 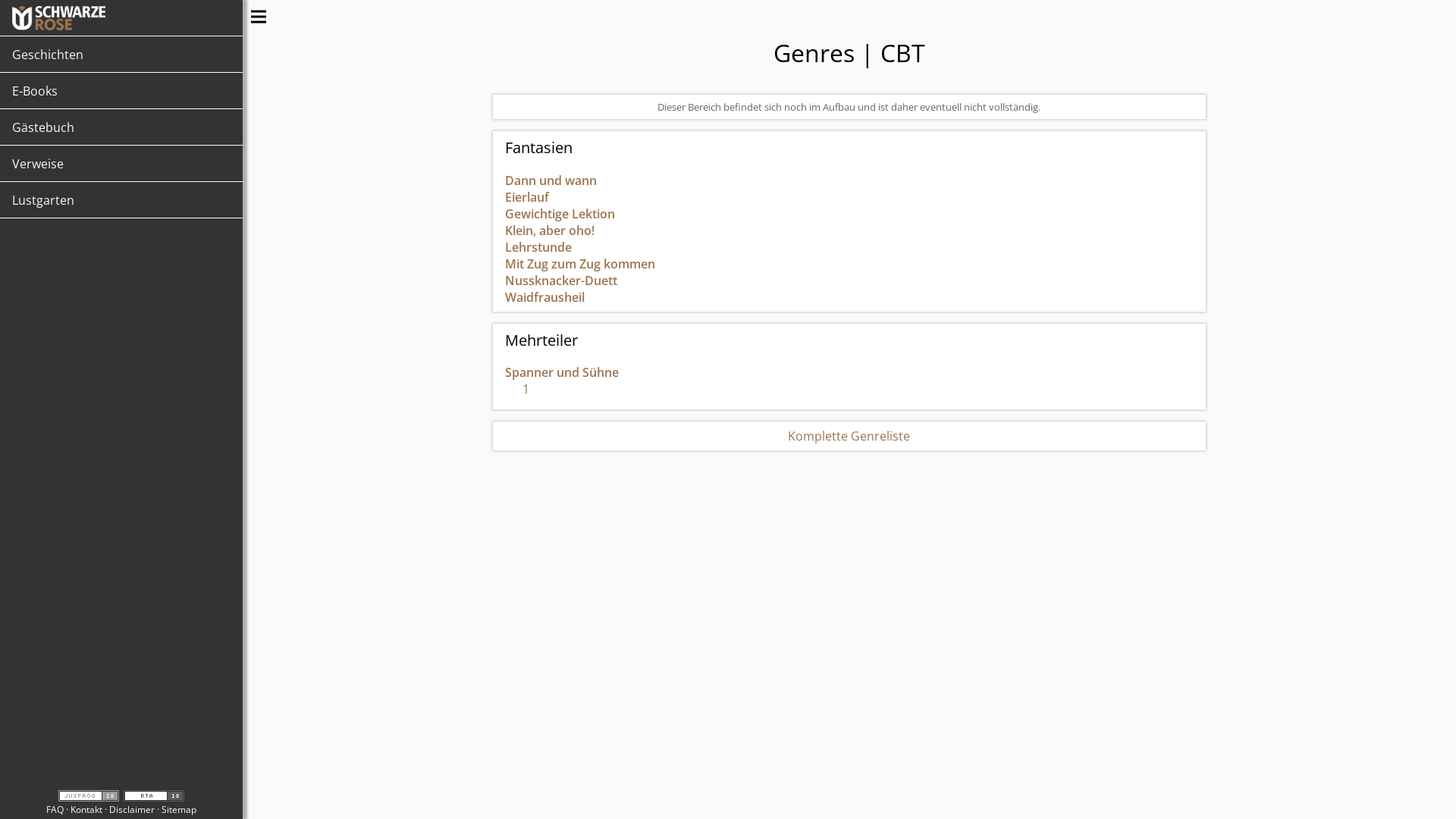 I want to click on 'Restricted to Adults', so click(x=153, y=795).